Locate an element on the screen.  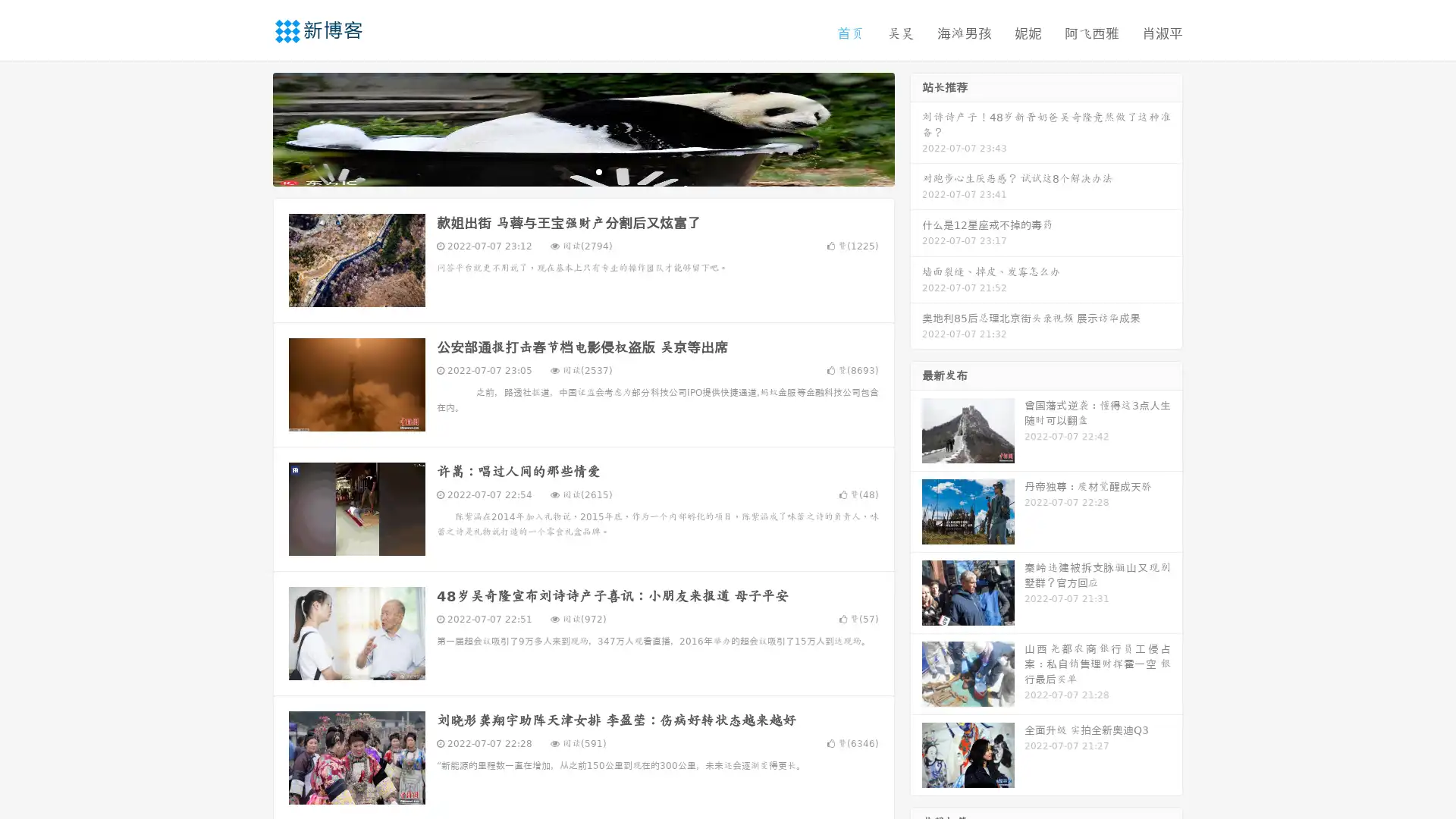
Go to slide 1 is located at coordinates (567, 171).